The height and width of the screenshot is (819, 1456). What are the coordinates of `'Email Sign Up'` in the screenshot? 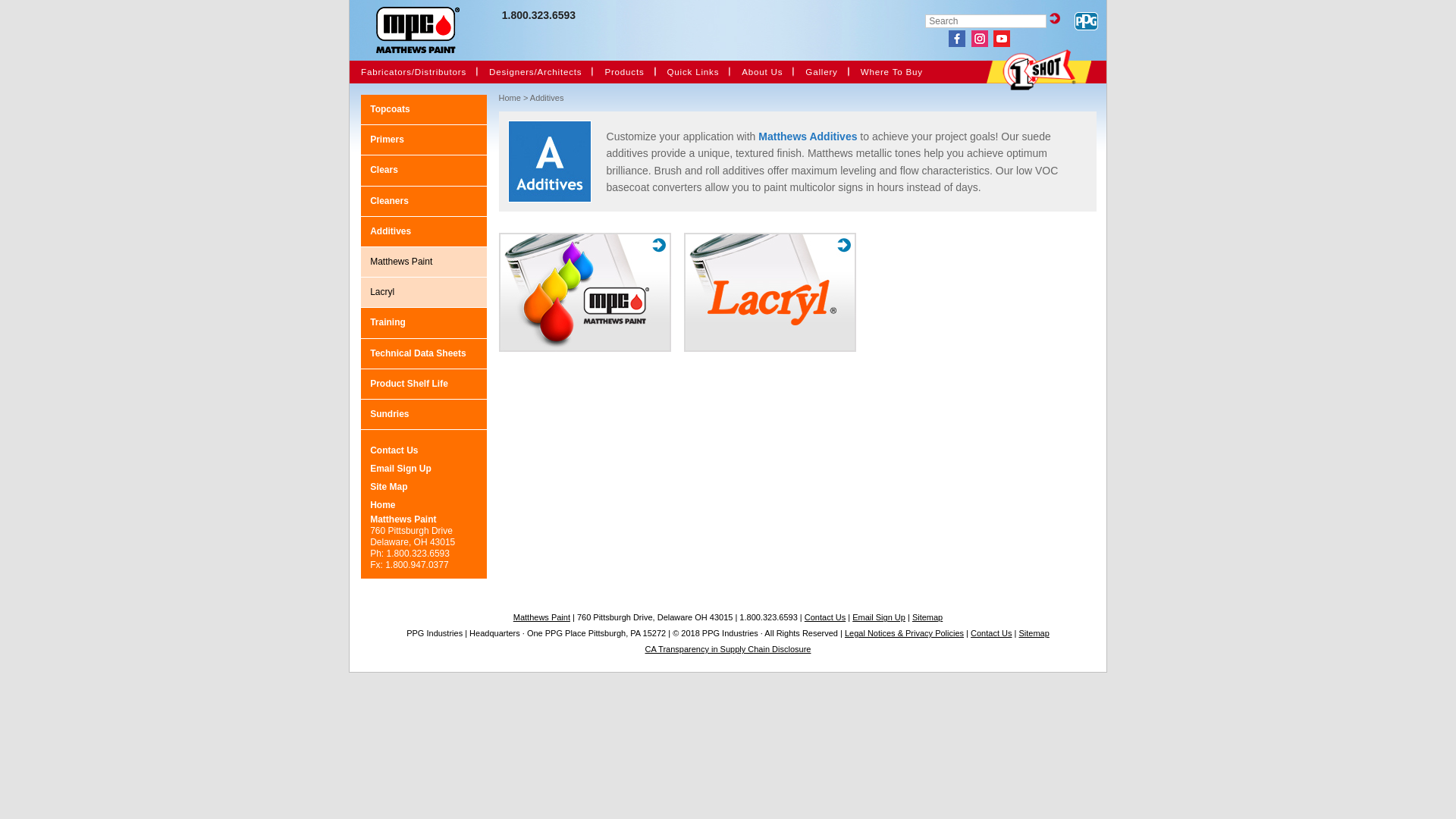 It's located at (880, 617).